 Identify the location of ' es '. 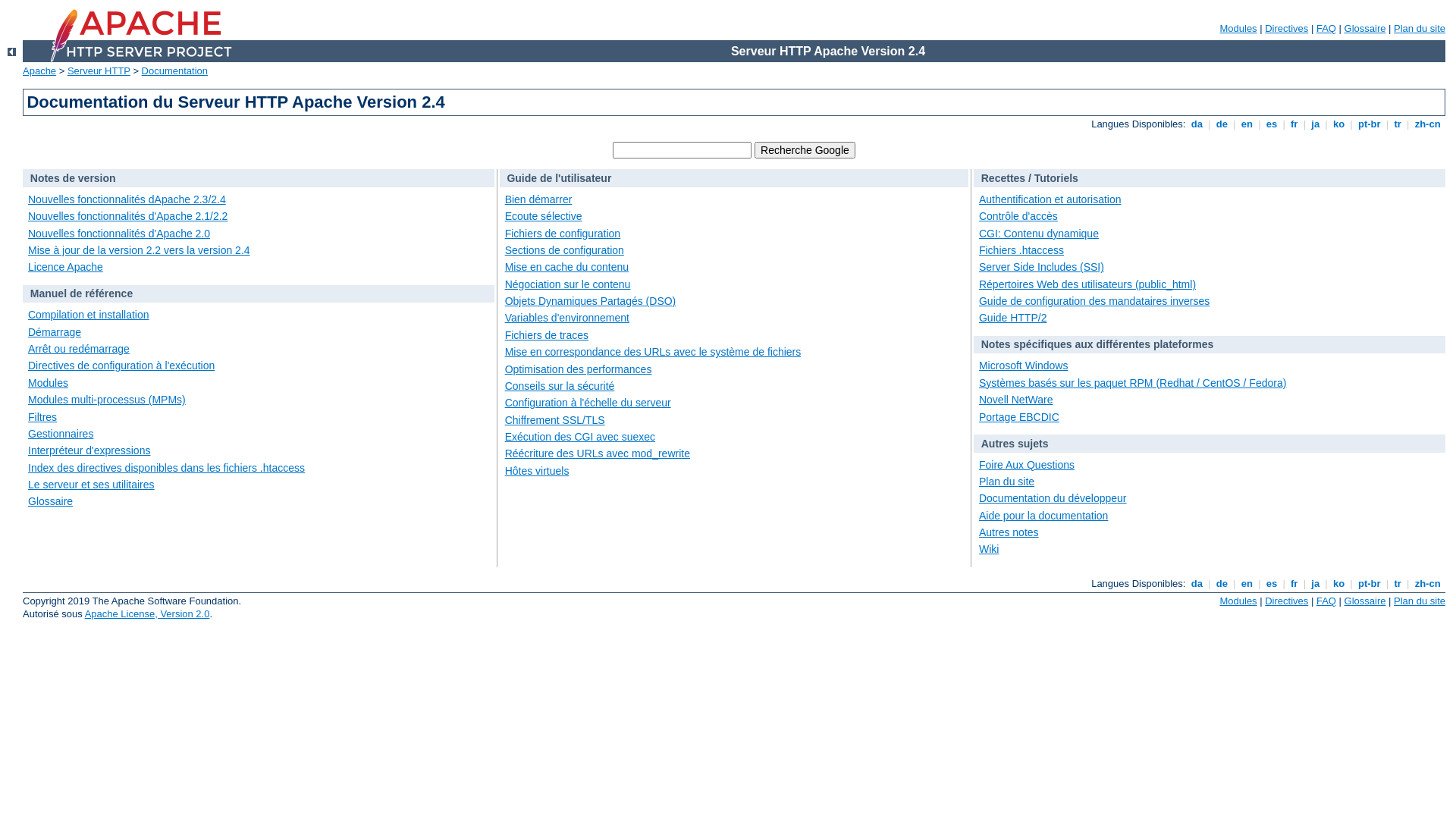
(1271, 582).